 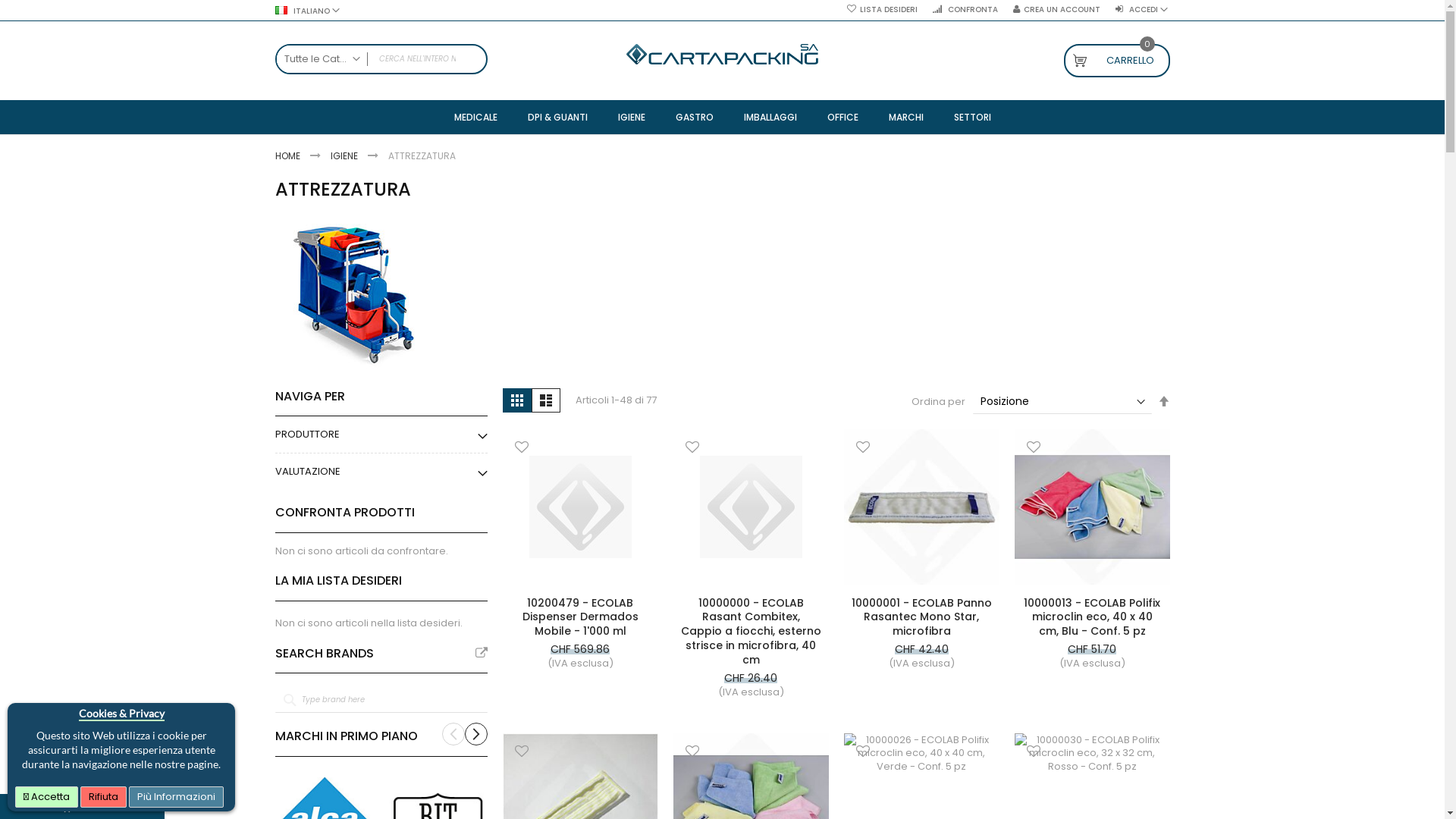 I want to click on 'Accetta', so click(x=46, y=795).